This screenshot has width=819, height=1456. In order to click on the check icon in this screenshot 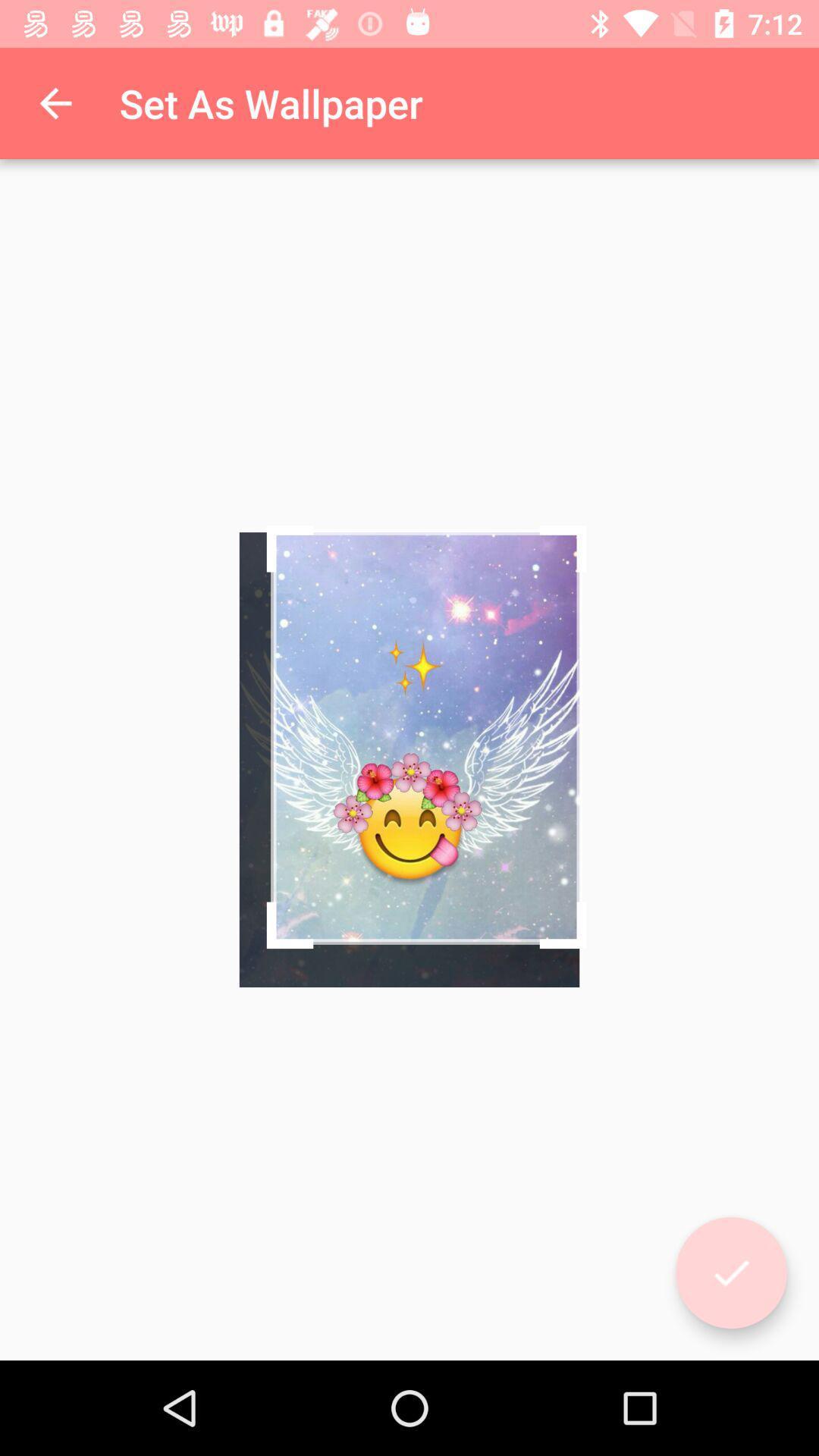, I will do `click(730, 1272)`.